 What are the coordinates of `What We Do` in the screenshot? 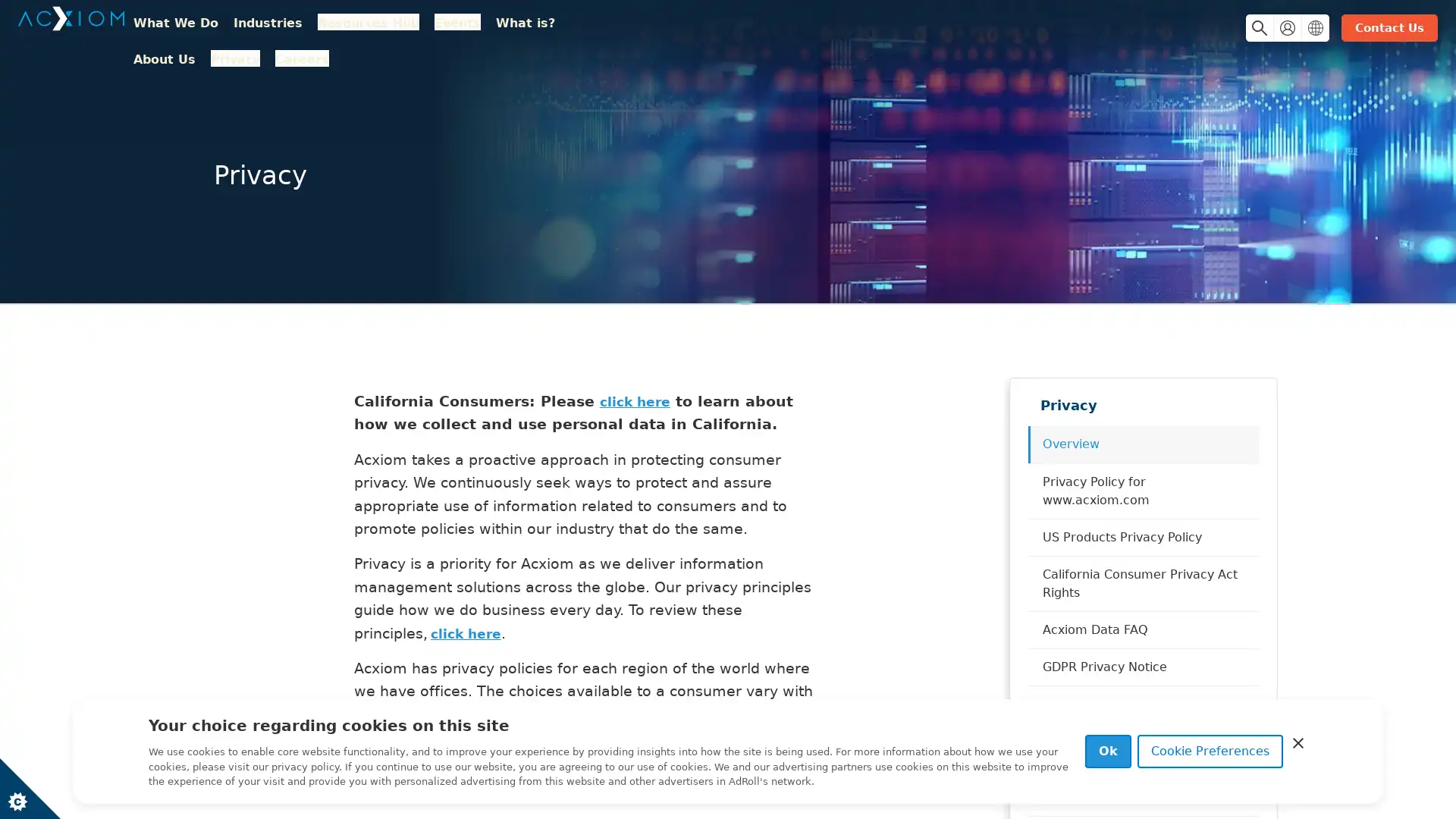 It's located at (196, 31).